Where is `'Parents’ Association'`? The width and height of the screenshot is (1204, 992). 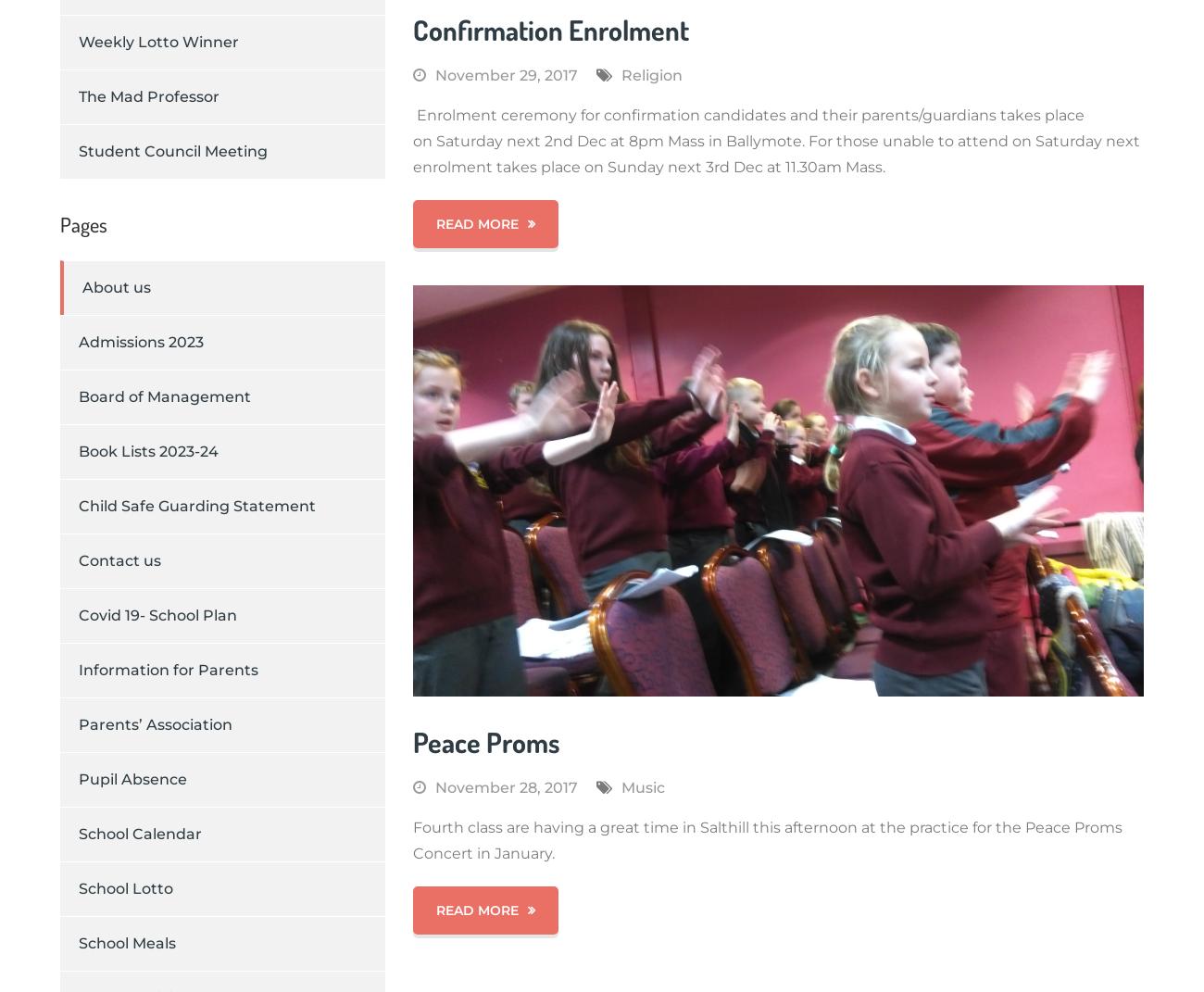 'Parents’ Association' is located at coordinates (155, 723).